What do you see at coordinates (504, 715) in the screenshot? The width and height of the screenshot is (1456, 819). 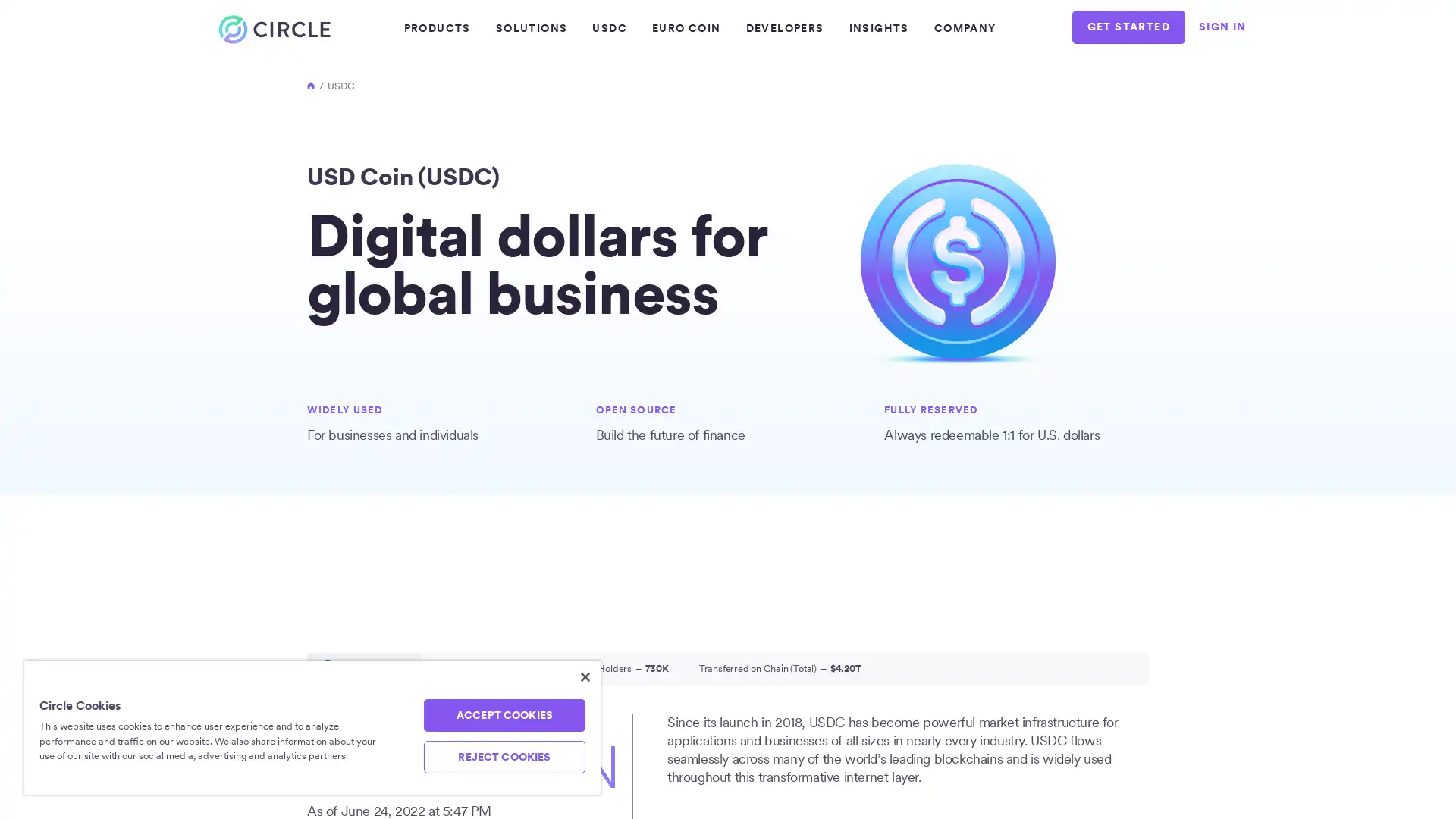 I see `ACCEPT COOKIES` at bounding box center [504, 715].